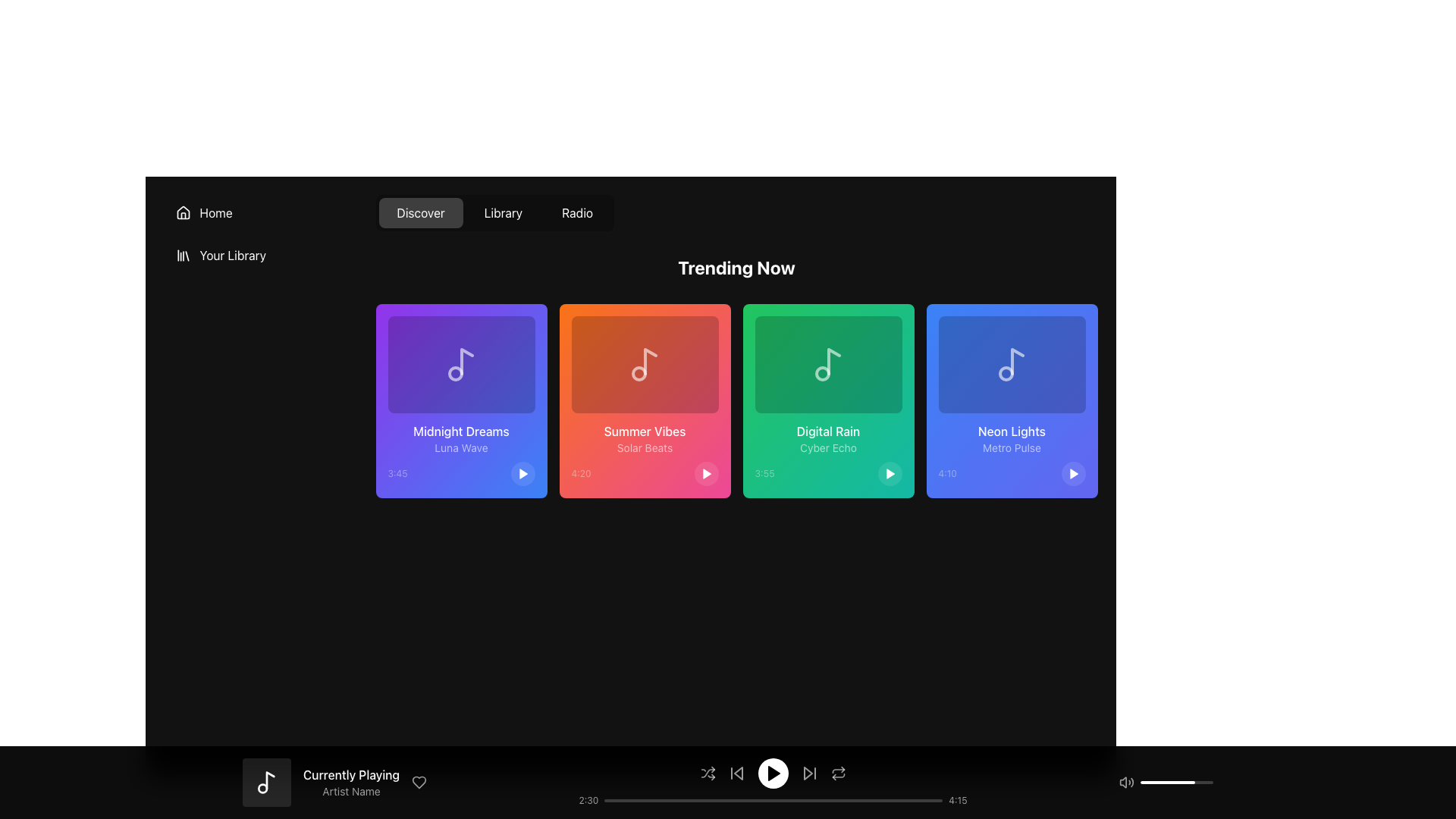 The width and height of the screenshot is (1456, 819). I want to click on the text label displaying 'Metro Pulse', which is located in the fourth card of the 'Trending Now' section, positioned below 'Neon Lights' and above the time indicator '4:10', so click(1012, 447).